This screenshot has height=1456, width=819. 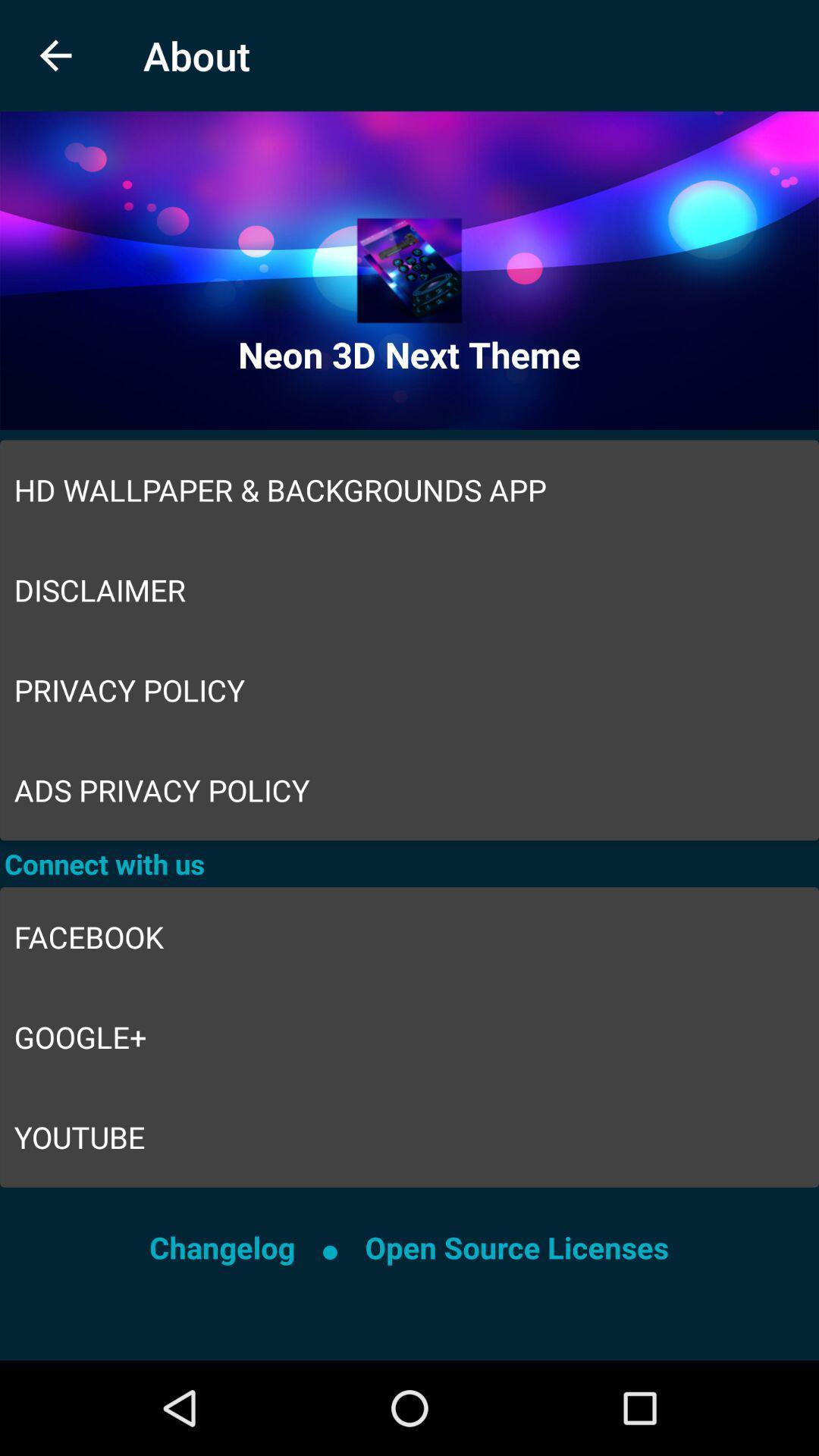 What do you see at coordinates (409, 936) in the screenshot?
I see `the item below connect with us icon` at bounding box center [409, 936].